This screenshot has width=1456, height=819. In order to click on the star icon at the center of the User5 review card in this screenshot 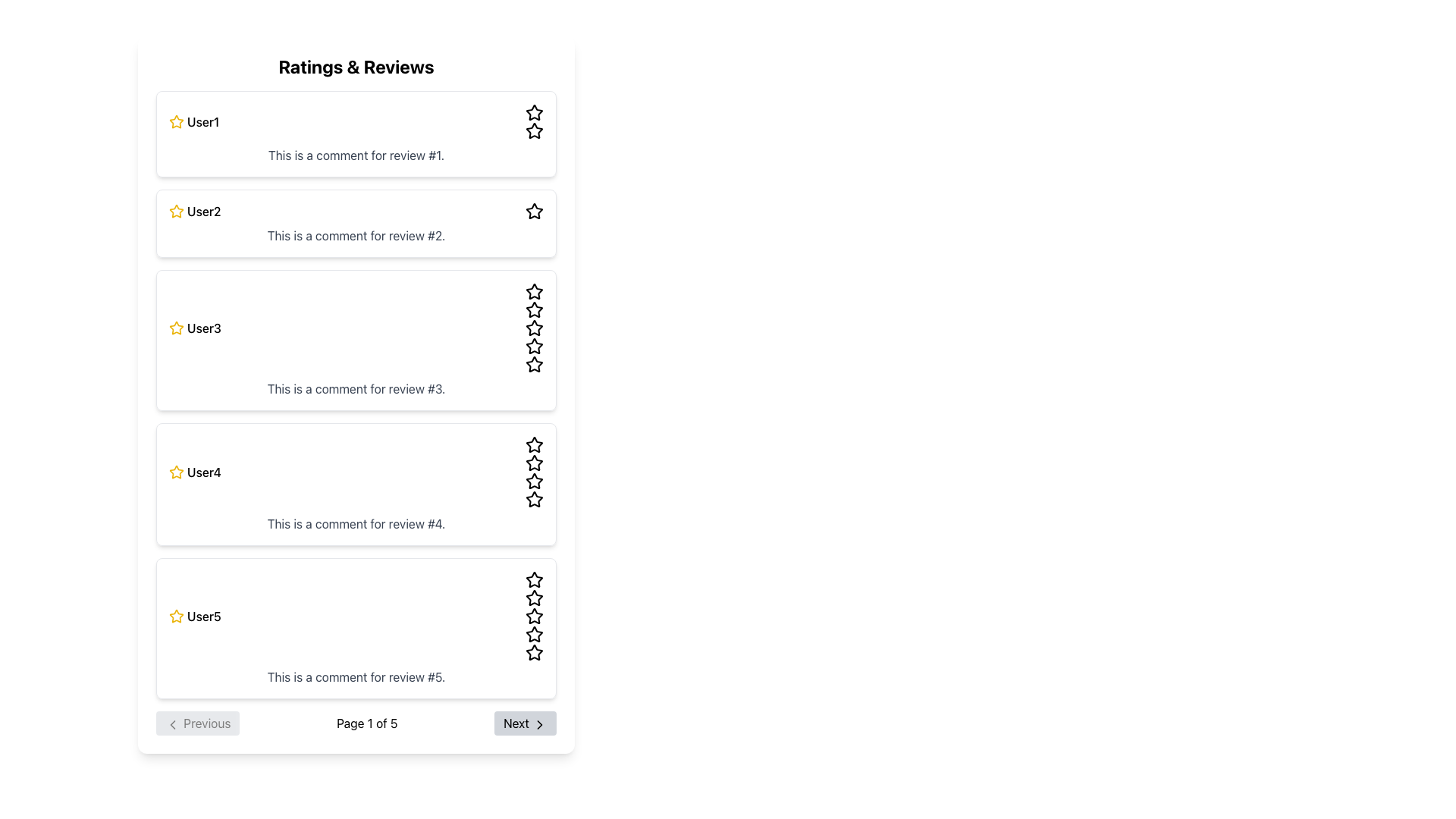, I will do `click(535, 579)`.